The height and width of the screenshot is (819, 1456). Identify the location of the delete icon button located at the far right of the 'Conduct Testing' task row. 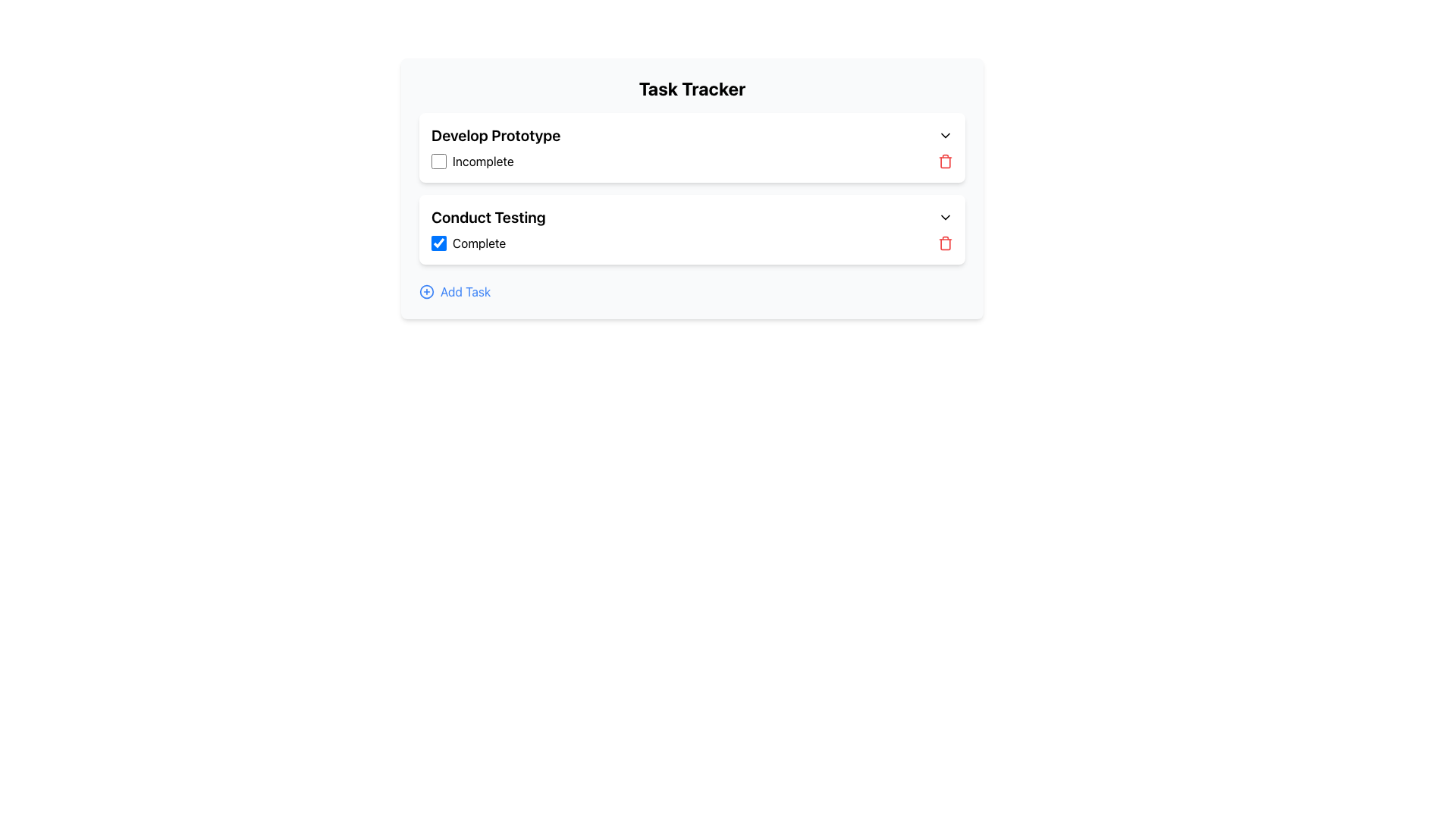
(945, 242).